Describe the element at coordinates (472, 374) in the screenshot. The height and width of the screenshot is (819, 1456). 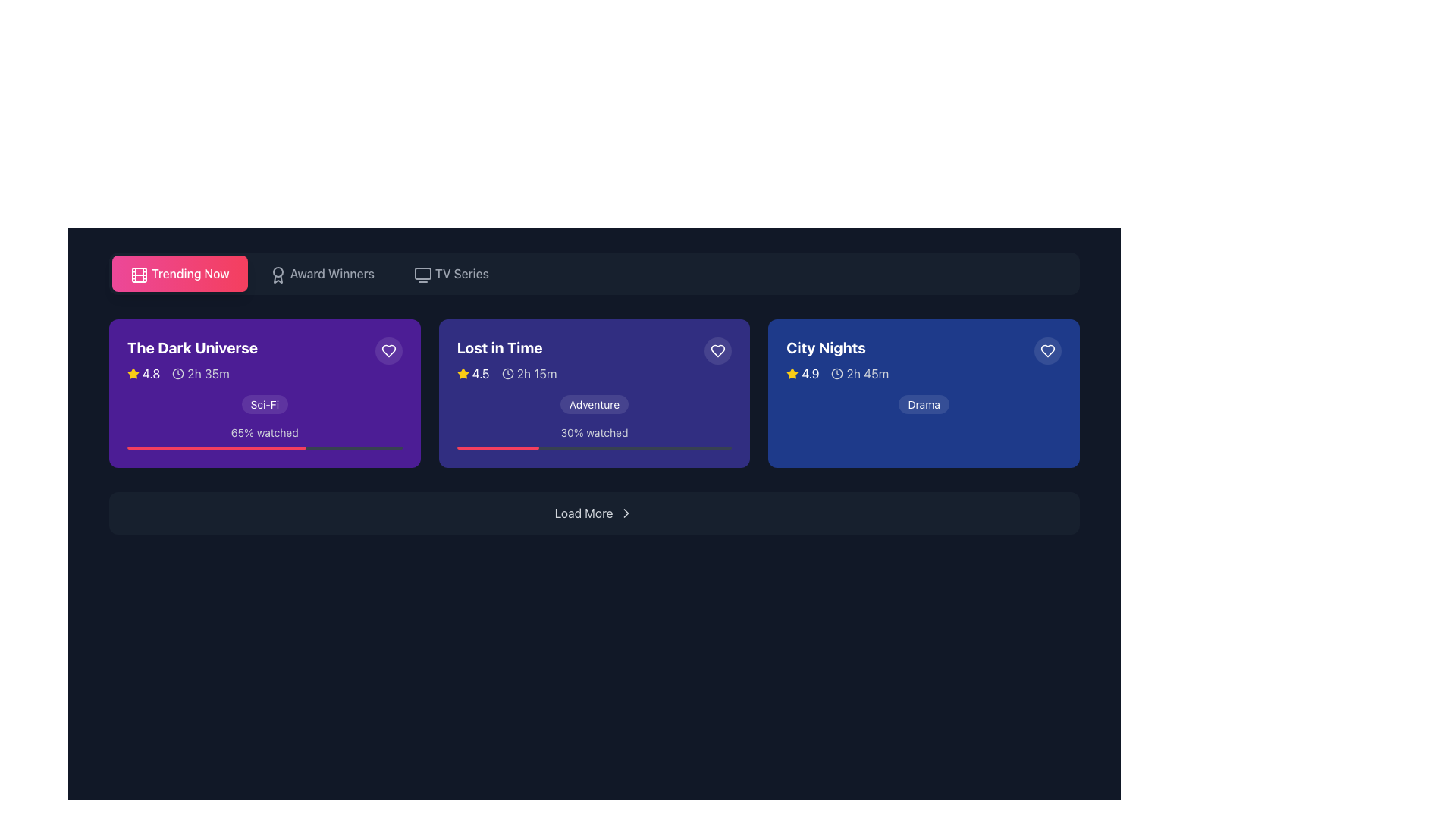
I see `the Rating indicator for the card titled 'Lost in Time', located next to the duration text '2h 15m'` at that location.